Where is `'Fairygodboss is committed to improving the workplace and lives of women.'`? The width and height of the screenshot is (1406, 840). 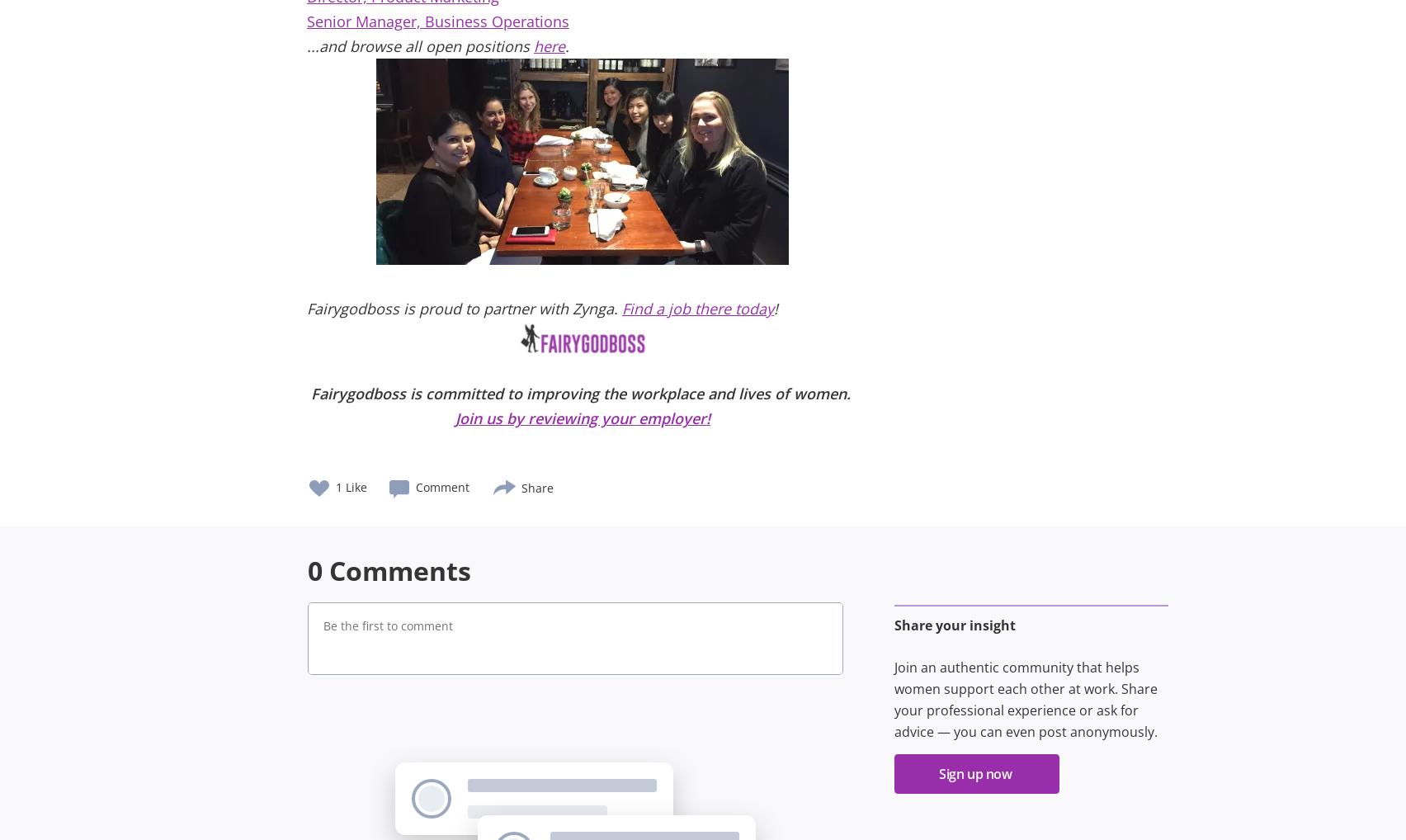
'Fairygodboss is committed to improving the workplace and lives of women.' is located at coordinates (309, 394).